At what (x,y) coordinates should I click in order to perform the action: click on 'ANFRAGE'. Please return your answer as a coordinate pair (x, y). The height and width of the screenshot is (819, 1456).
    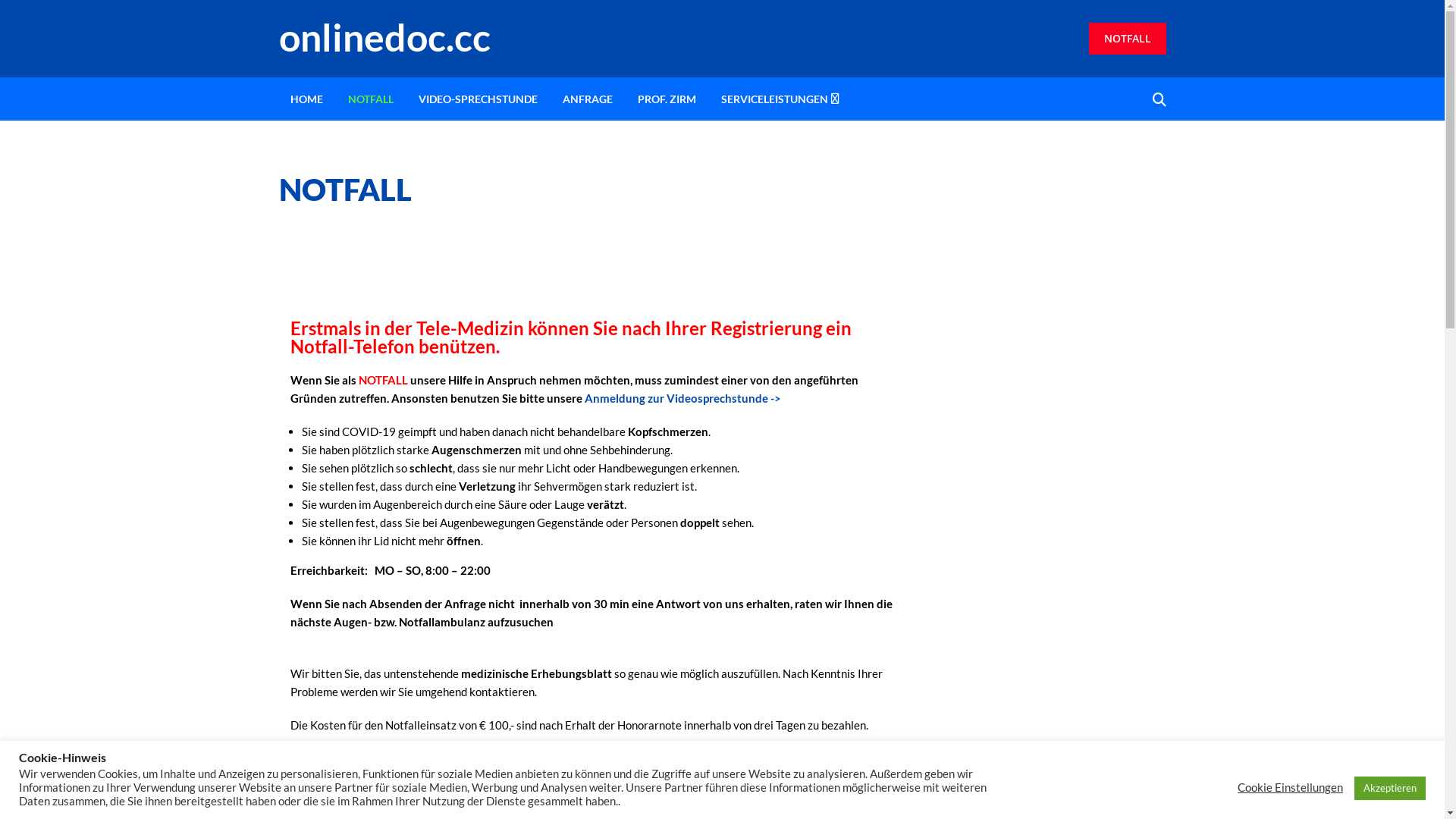
    Looking at the image, I should click on (585, 99).